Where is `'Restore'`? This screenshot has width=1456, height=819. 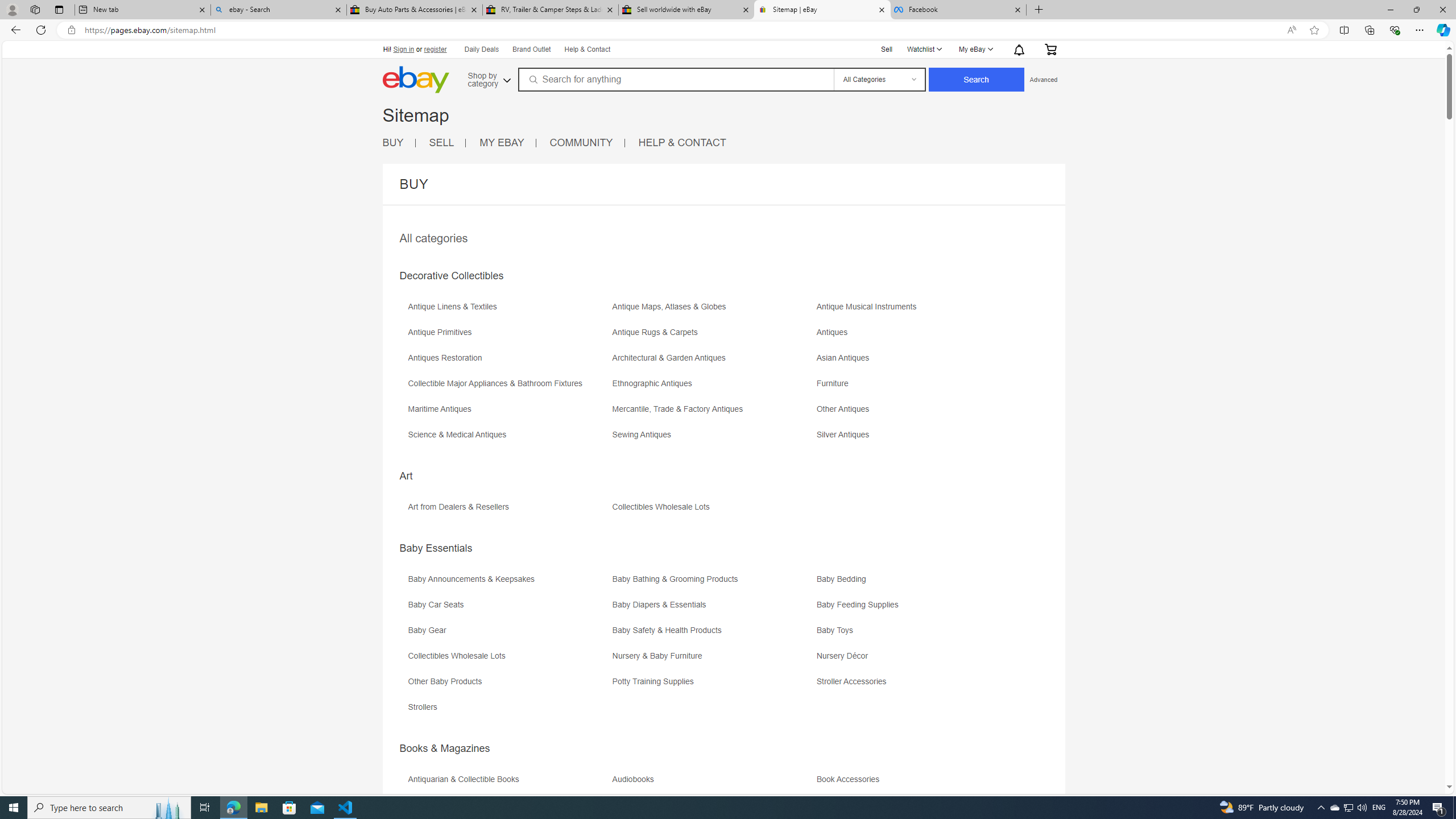
'Restore' is located at coordinates (1416, 9).